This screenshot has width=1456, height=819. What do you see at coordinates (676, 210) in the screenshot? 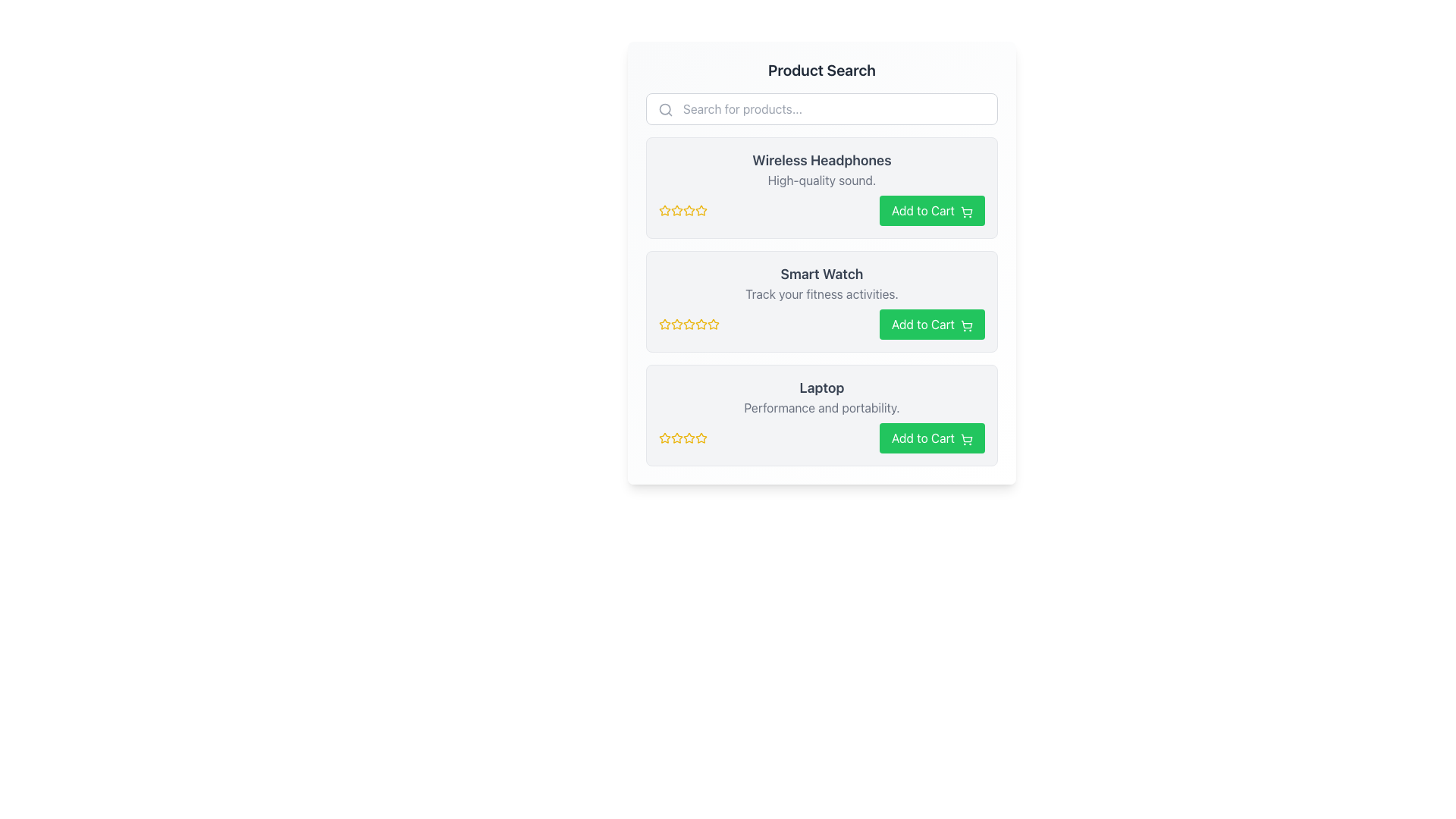
I see `the second yellow star icon in the rating system next to 'Wireless Headphones'` at bounding box center [676, 210].